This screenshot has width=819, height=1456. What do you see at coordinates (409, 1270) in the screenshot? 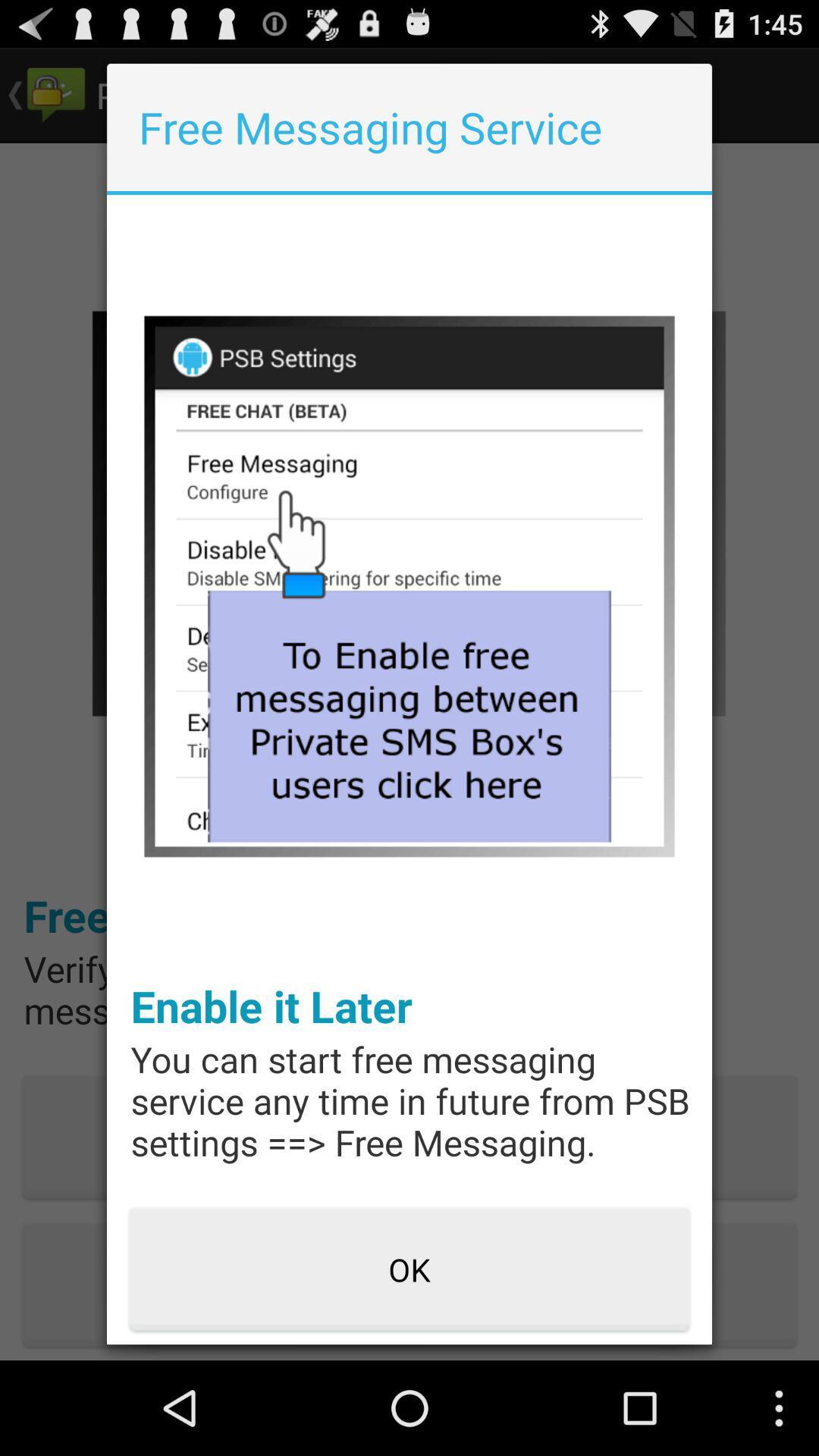
I see `ok item` at bounding box center [409, 1270].